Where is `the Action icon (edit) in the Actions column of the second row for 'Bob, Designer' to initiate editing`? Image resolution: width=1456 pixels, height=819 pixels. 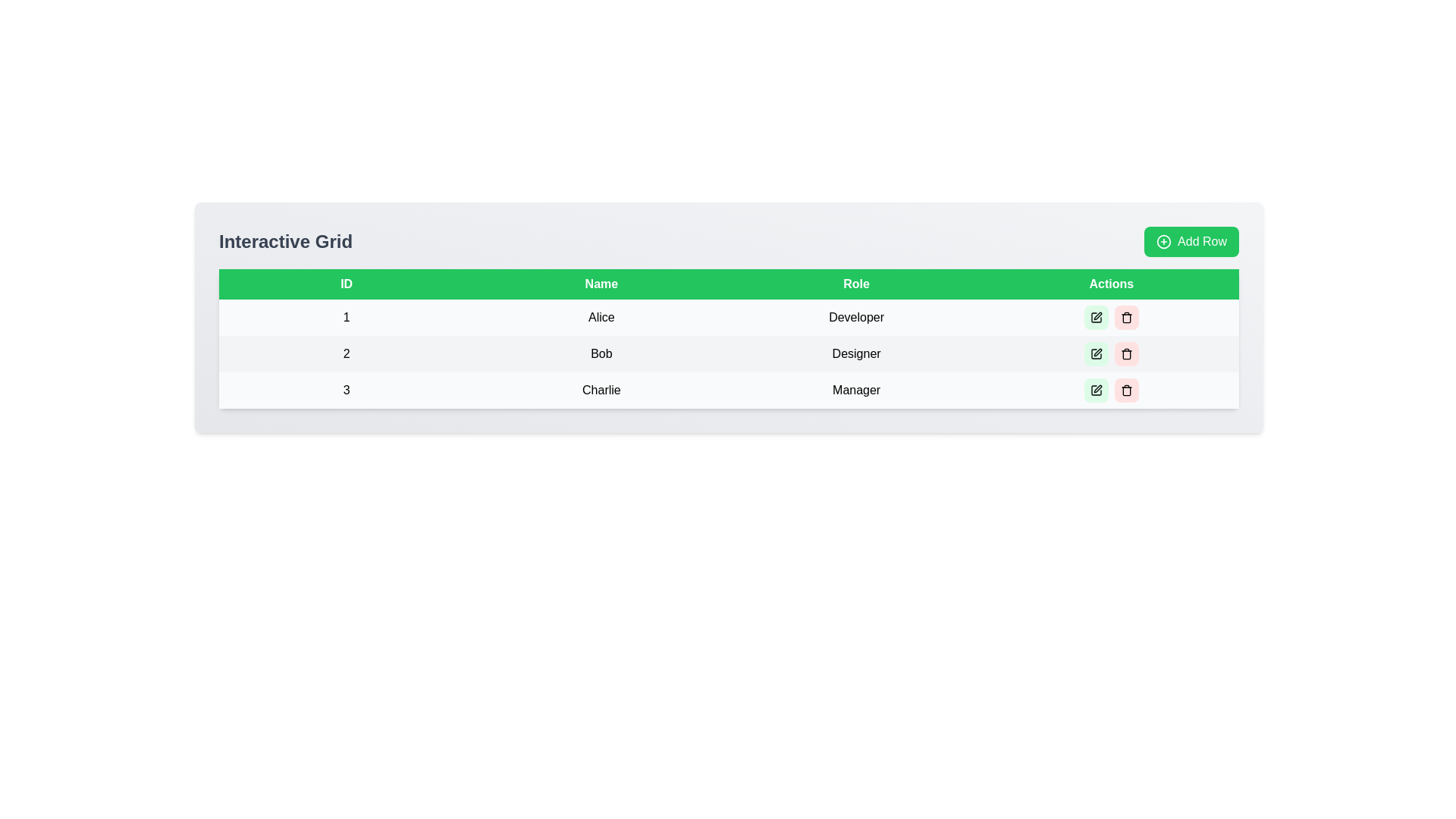
the Action icon (edit) in the Actions column of the second row for 'Bob, Designer' to initiate editing is located at coordinates (1097, 353).